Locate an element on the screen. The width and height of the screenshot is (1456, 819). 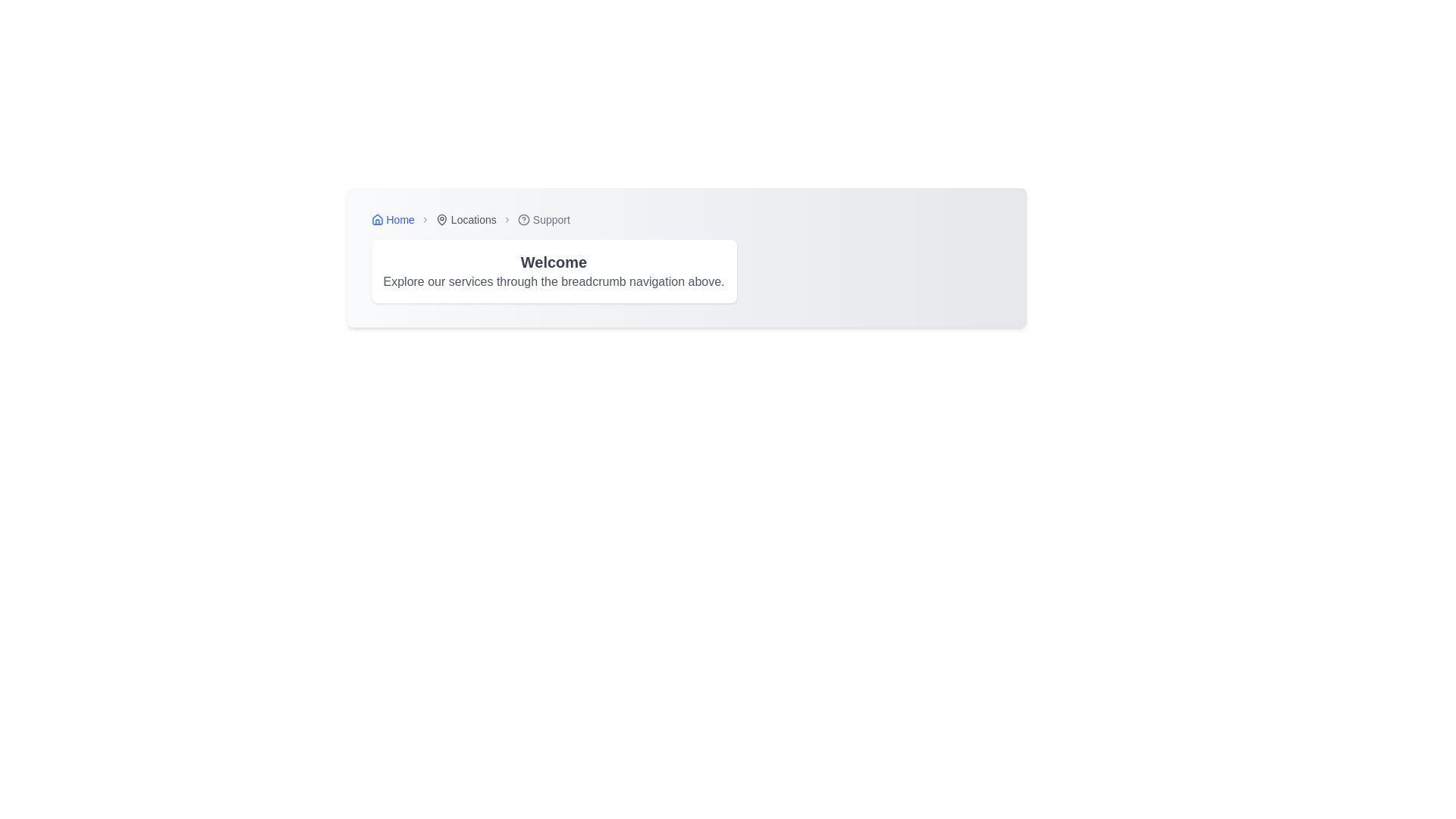
the help icon in the breadcrumb navigation bar, which is positioned to the left of the 'Support' text is located at coordinates (523, 219).